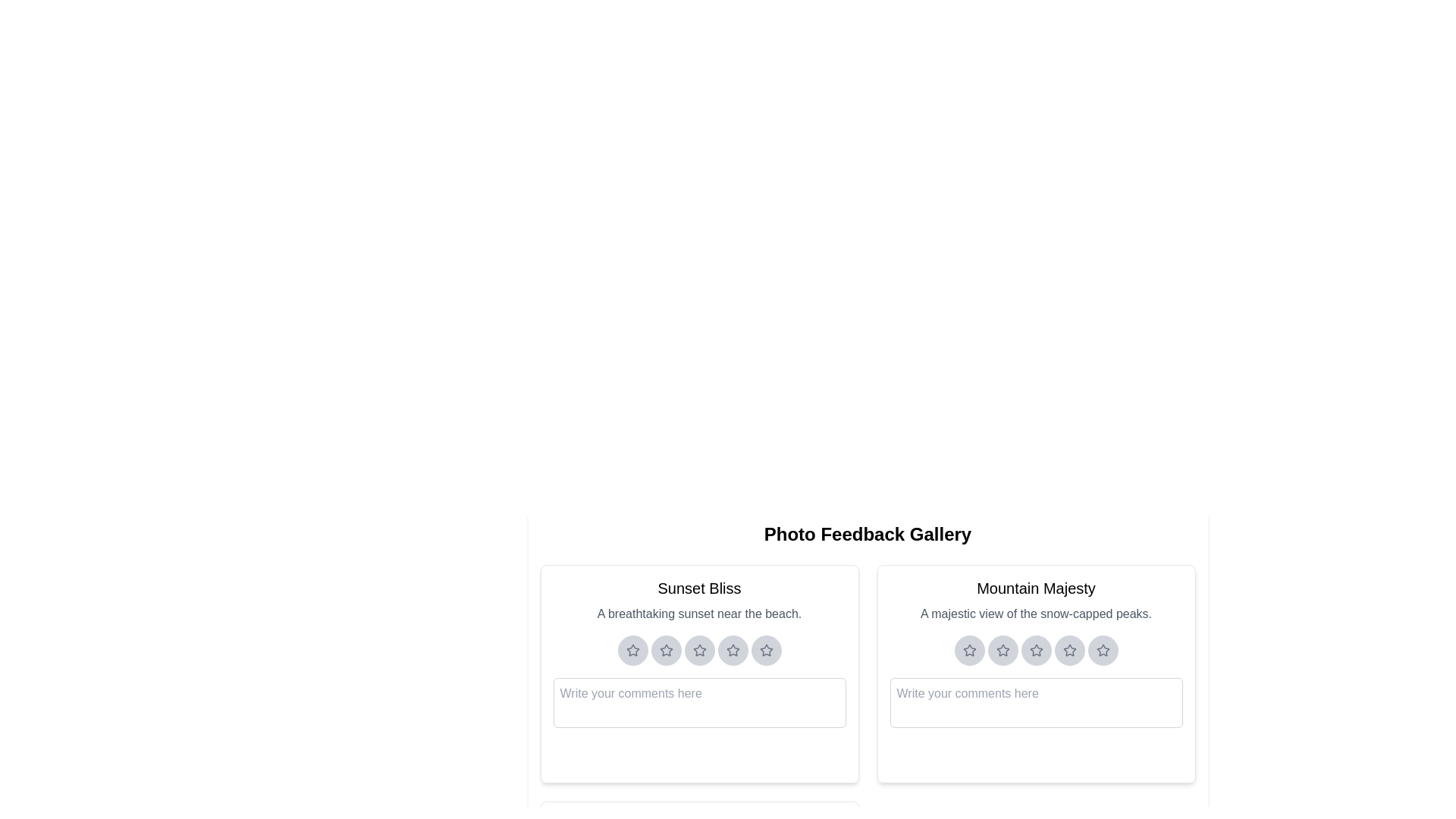  What do you see at coordinates (666, 649) in the screenshot?
I see `the second star-shaped icon with a gray border` at bounding box center [666, 649].